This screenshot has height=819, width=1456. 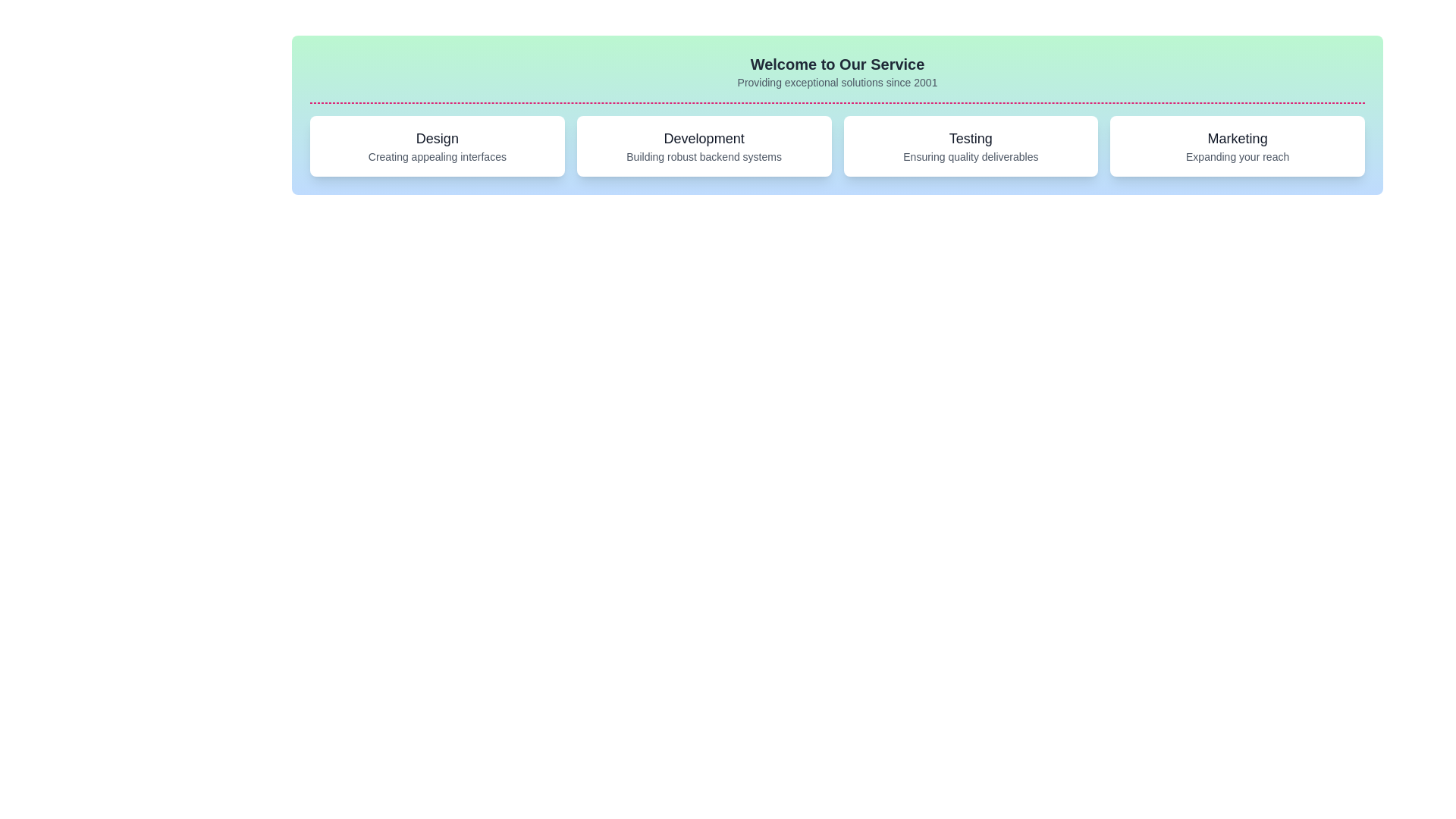 What do you see at coordinates (703, 157) in the screenshot?
I see `the text element displaying 'Building robust backend systems', which is styled with a smaller font size and gray text, located beneath the title 'Development' in the second card from the left` at bounding box center [703, 157].